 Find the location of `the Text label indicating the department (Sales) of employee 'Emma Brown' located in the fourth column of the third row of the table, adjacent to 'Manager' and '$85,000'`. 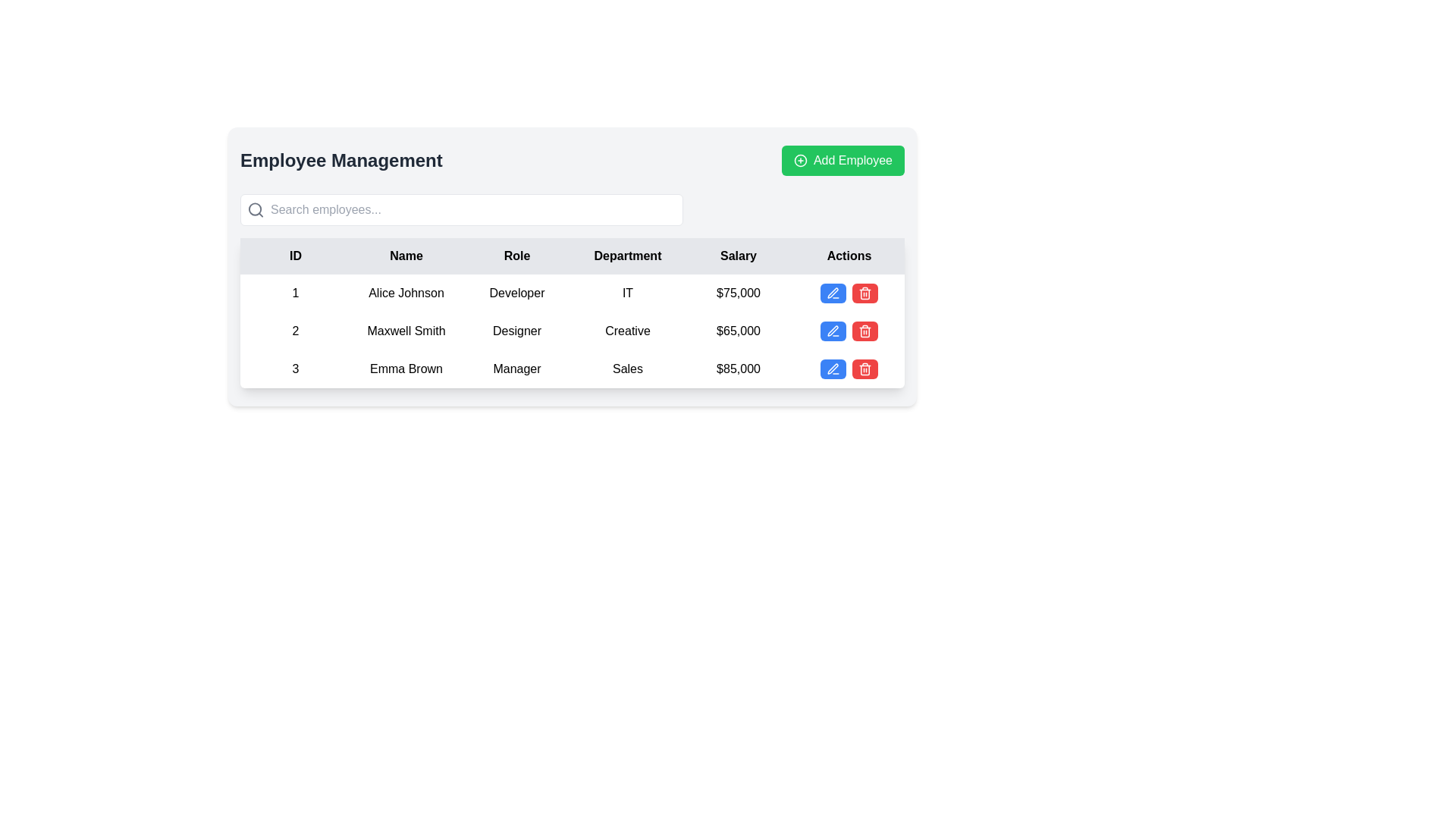

the Text label indicating the department (Sales) of employee 'Emma Brown' located in the fourth column of the third row of the table, adjacent to 'Manager' and '$85,000' is located at coordinates (628, 369).